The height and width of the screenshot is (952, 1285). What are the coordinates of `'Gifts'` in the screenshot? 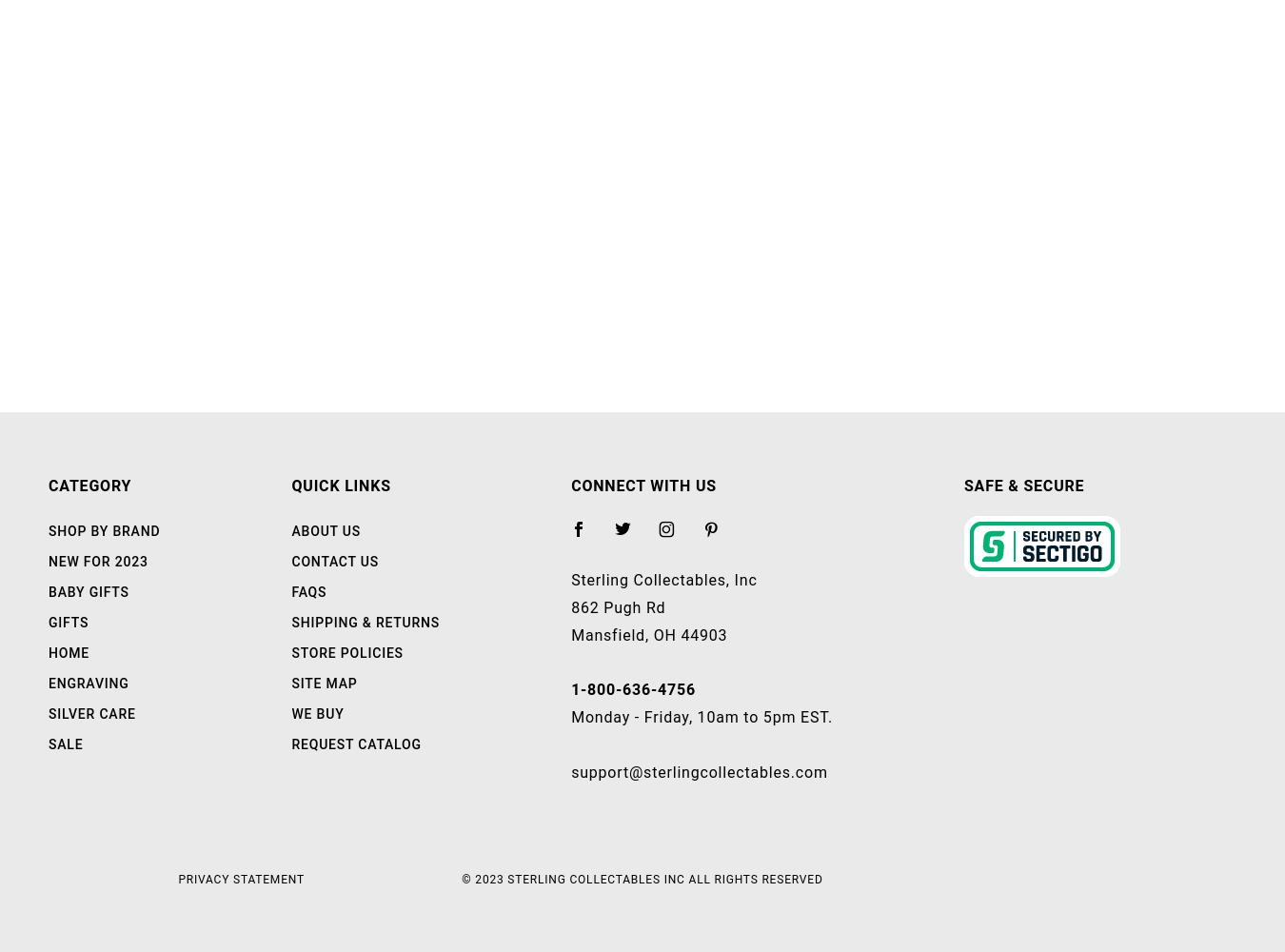 It's located at (67, 623).